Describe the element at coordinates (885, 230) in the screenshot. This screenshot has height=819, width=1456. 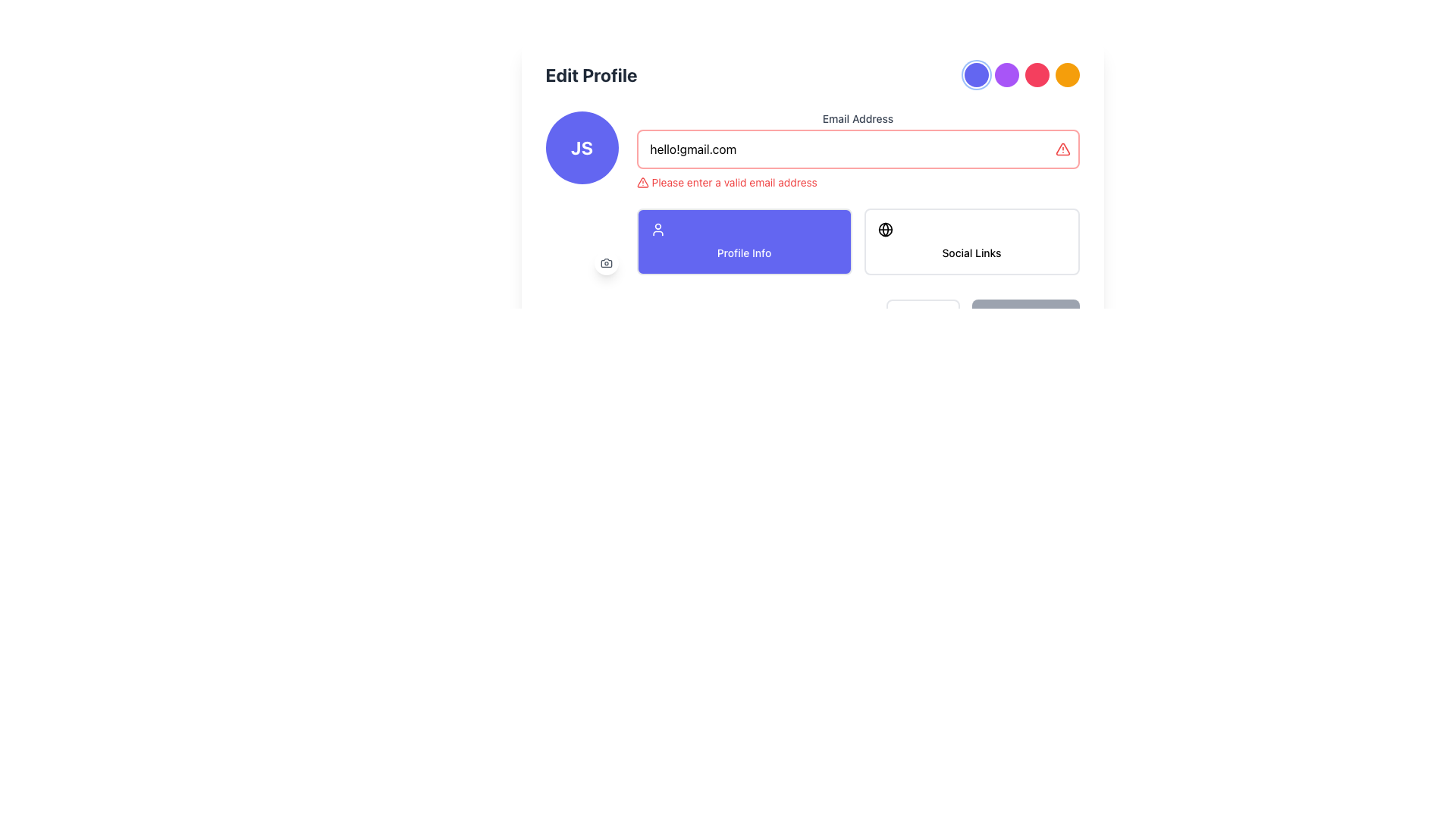
I see `the globe icon located inside the 'Social Links' section, positioned above the text 'Social Links'` at that location.